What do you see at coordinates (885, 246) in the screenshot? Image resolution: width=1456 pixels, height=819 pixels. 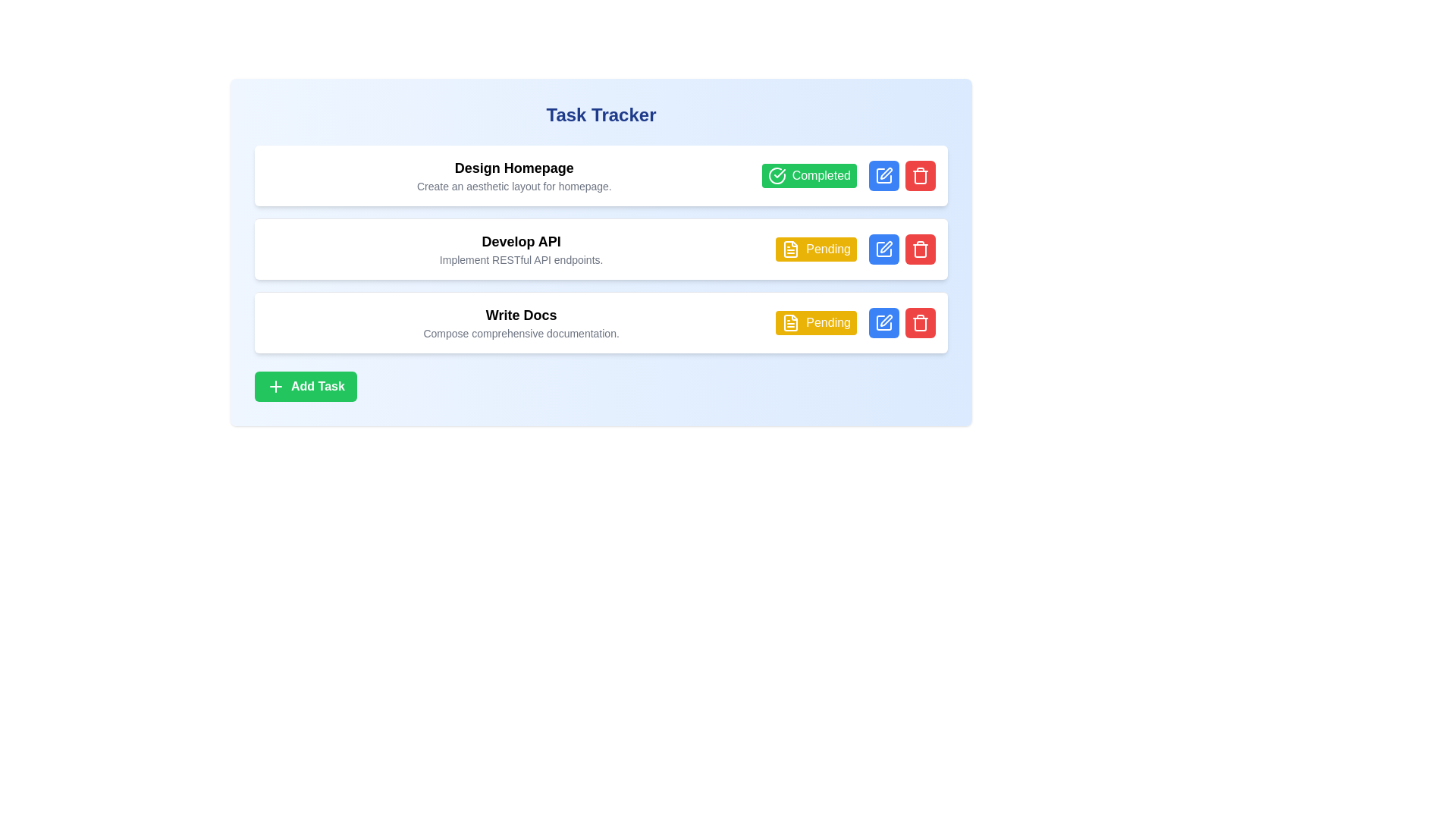 I see `the edit icon located at the right end of the 'Develop API' task entry row` at bounding box center [885, 246].